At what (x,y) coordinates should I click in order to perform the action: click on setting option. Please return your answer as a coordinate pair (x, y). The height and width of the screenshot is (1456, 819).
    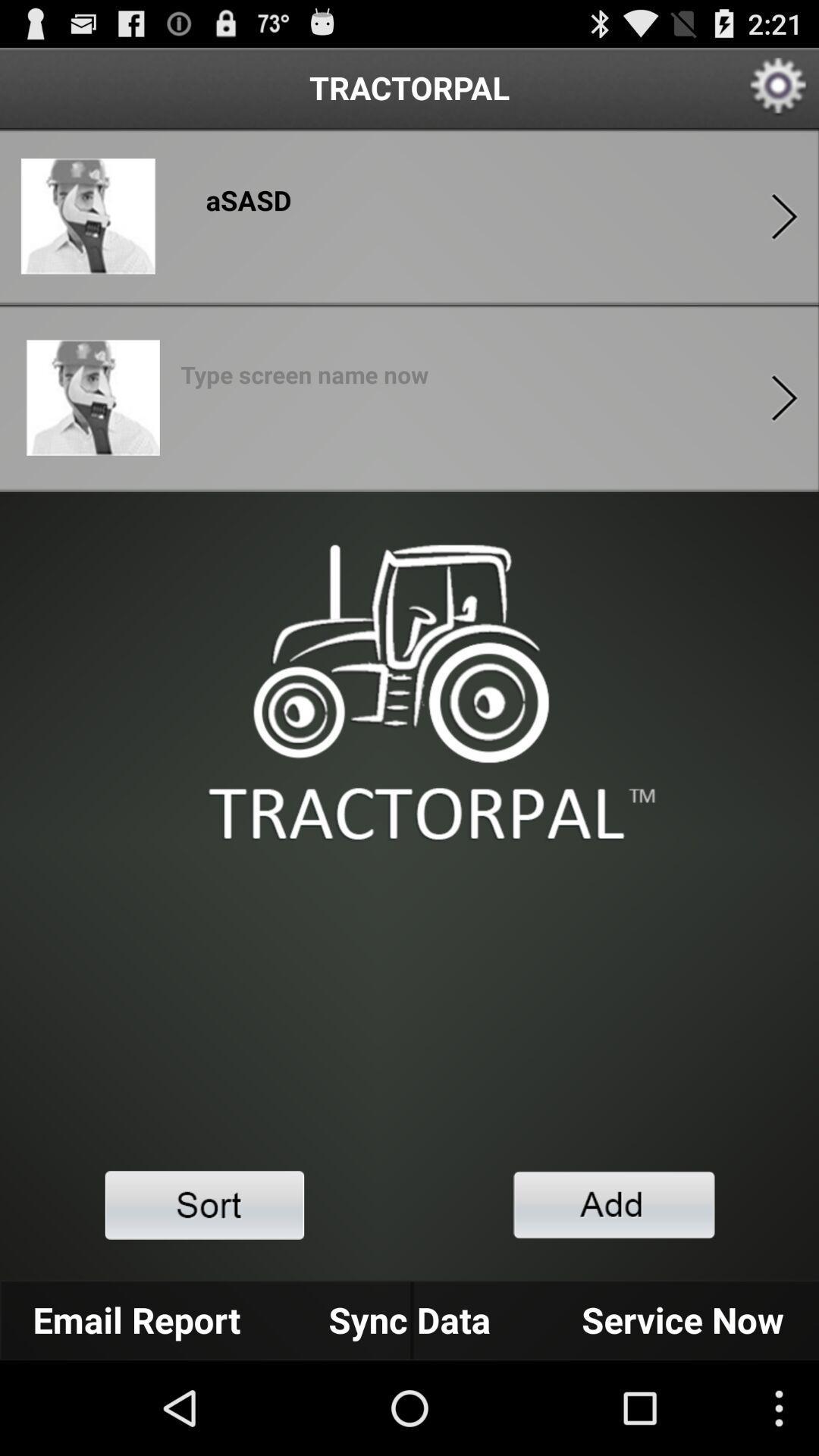
    Looking at the image, I should click on (779, 86).